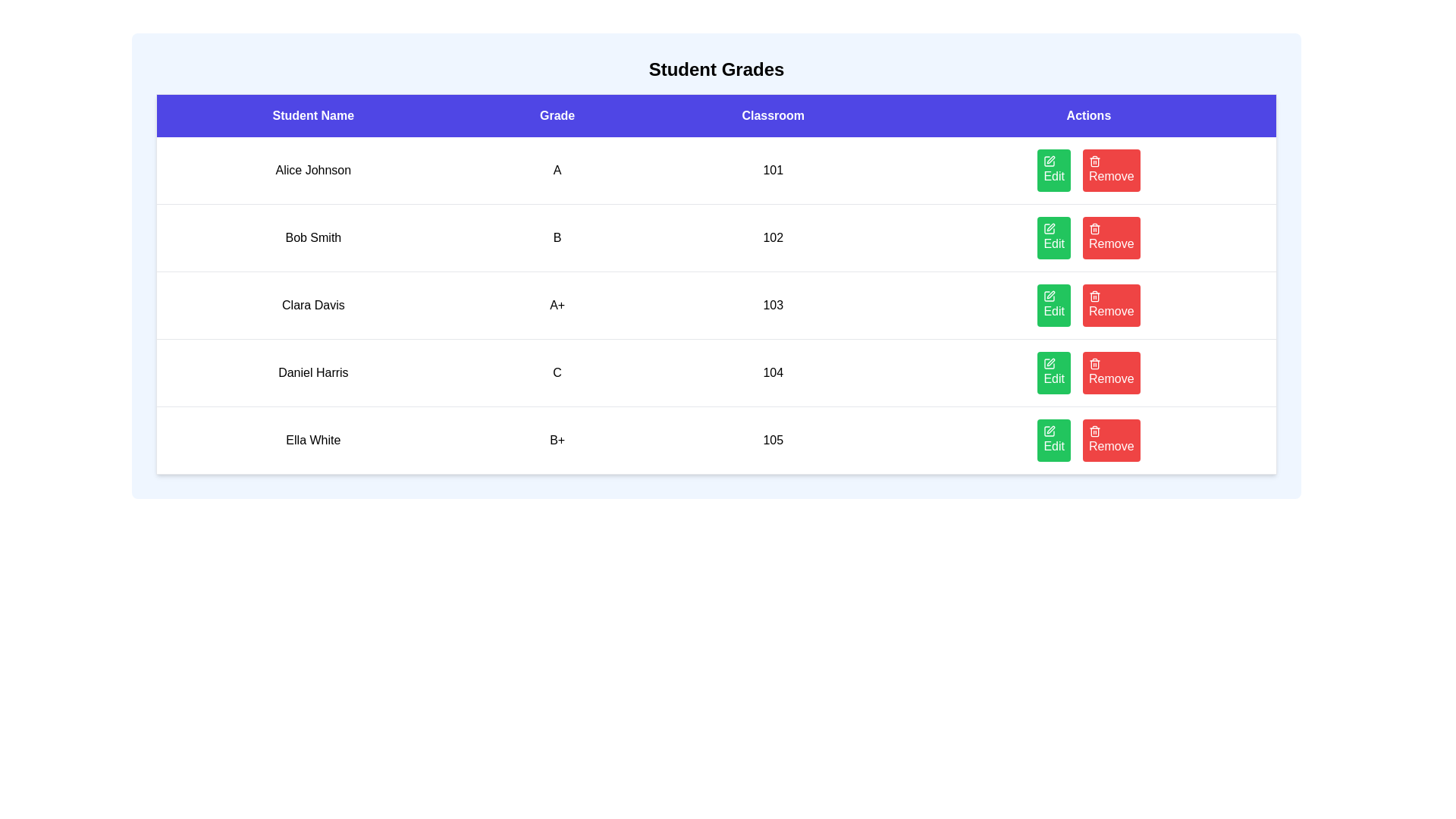 Image resolution: width=1456 pixels, height=819 pixels. What do you see at coordinates (1110, 373) in the screenshot?
I see `the Remove button for the student named Daniel Harris` at bounding box center [1110, 373].